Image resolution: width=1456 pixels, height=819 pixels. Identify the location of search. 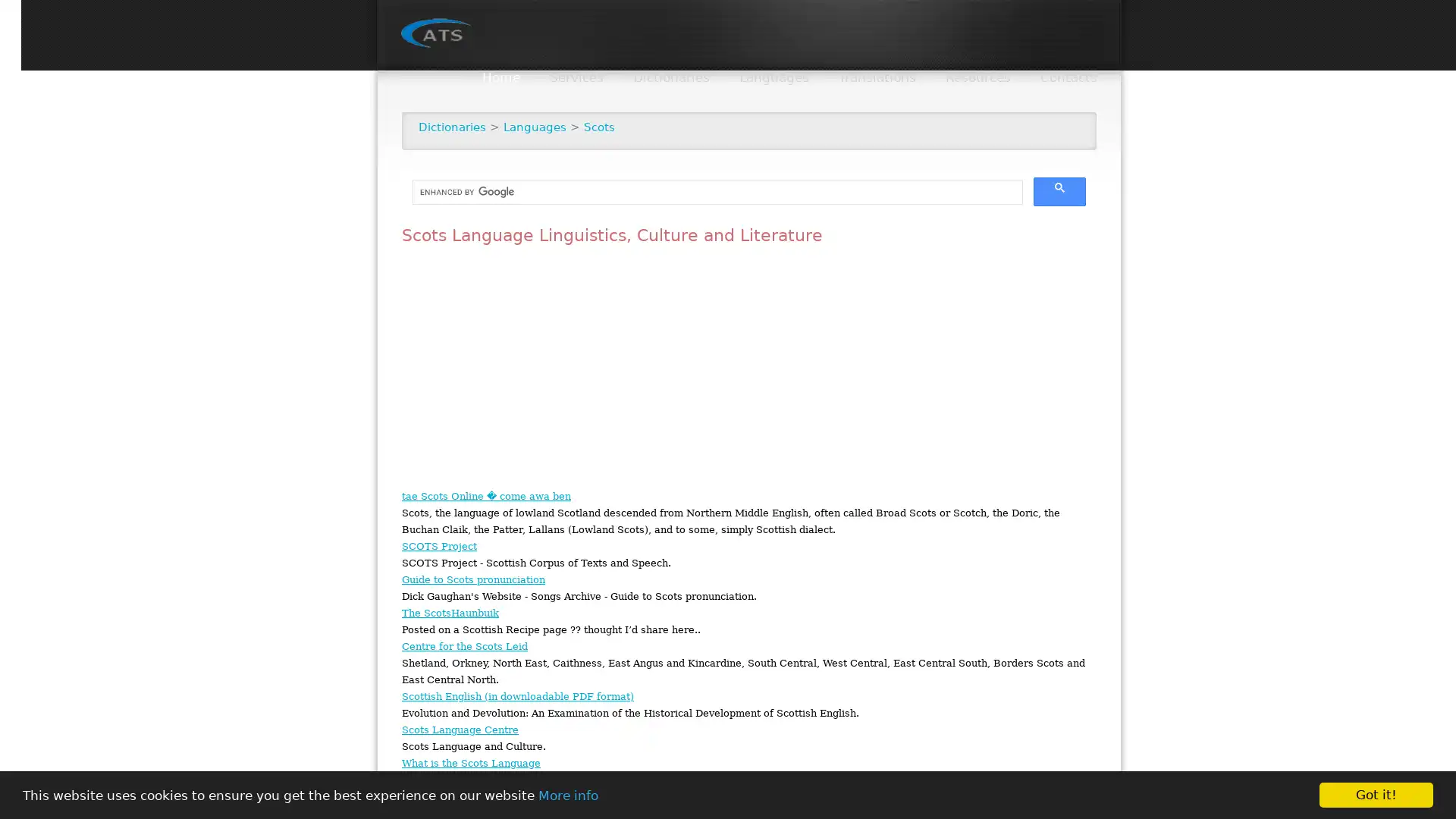
(1059, 191).